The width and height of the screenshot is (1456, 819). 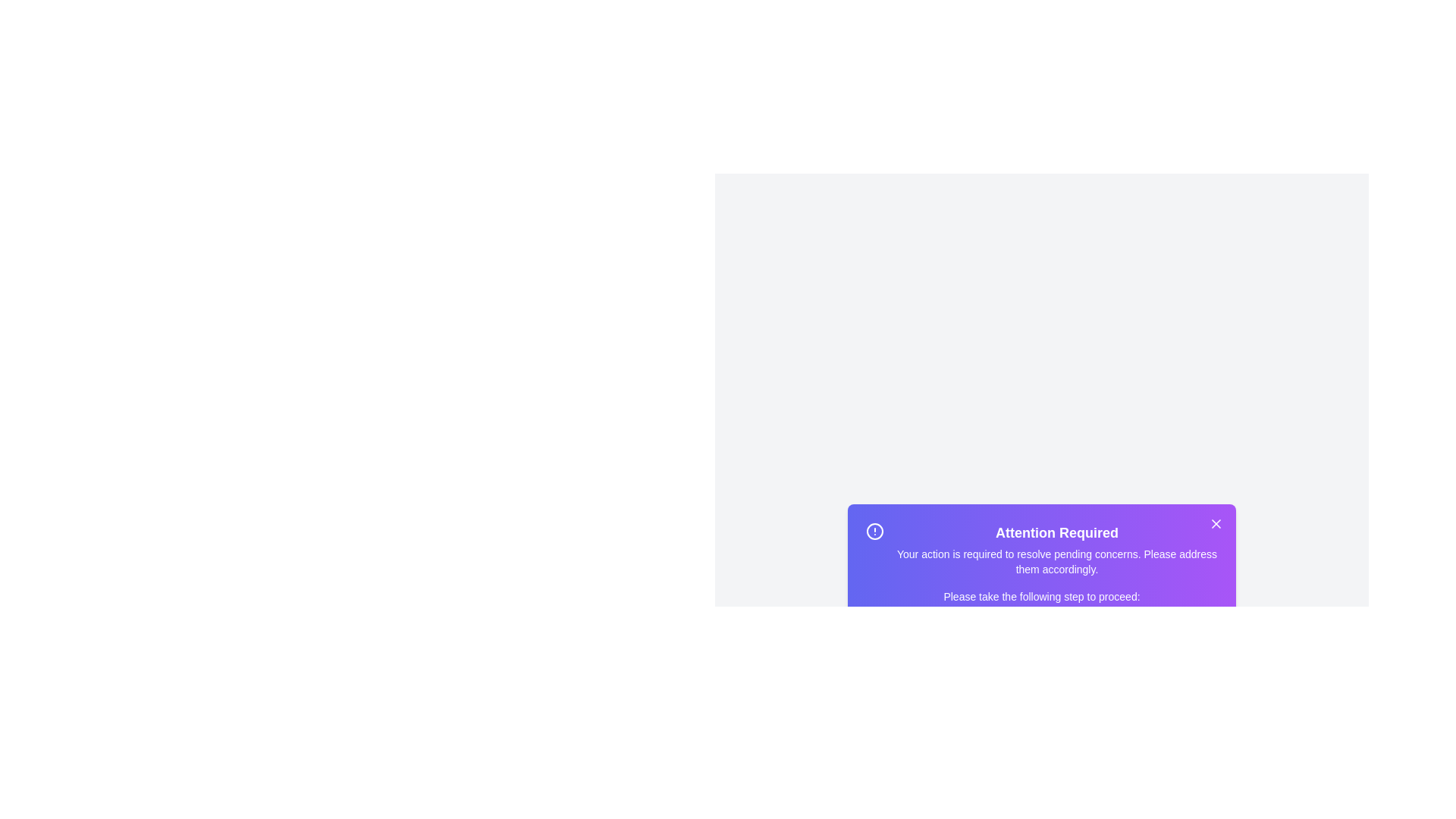 I want to click on the static text element that provides users with informative instructions about pending concerns, located below the heading 'Attention Required' in the popup modal, so click(x=1056, y=561).